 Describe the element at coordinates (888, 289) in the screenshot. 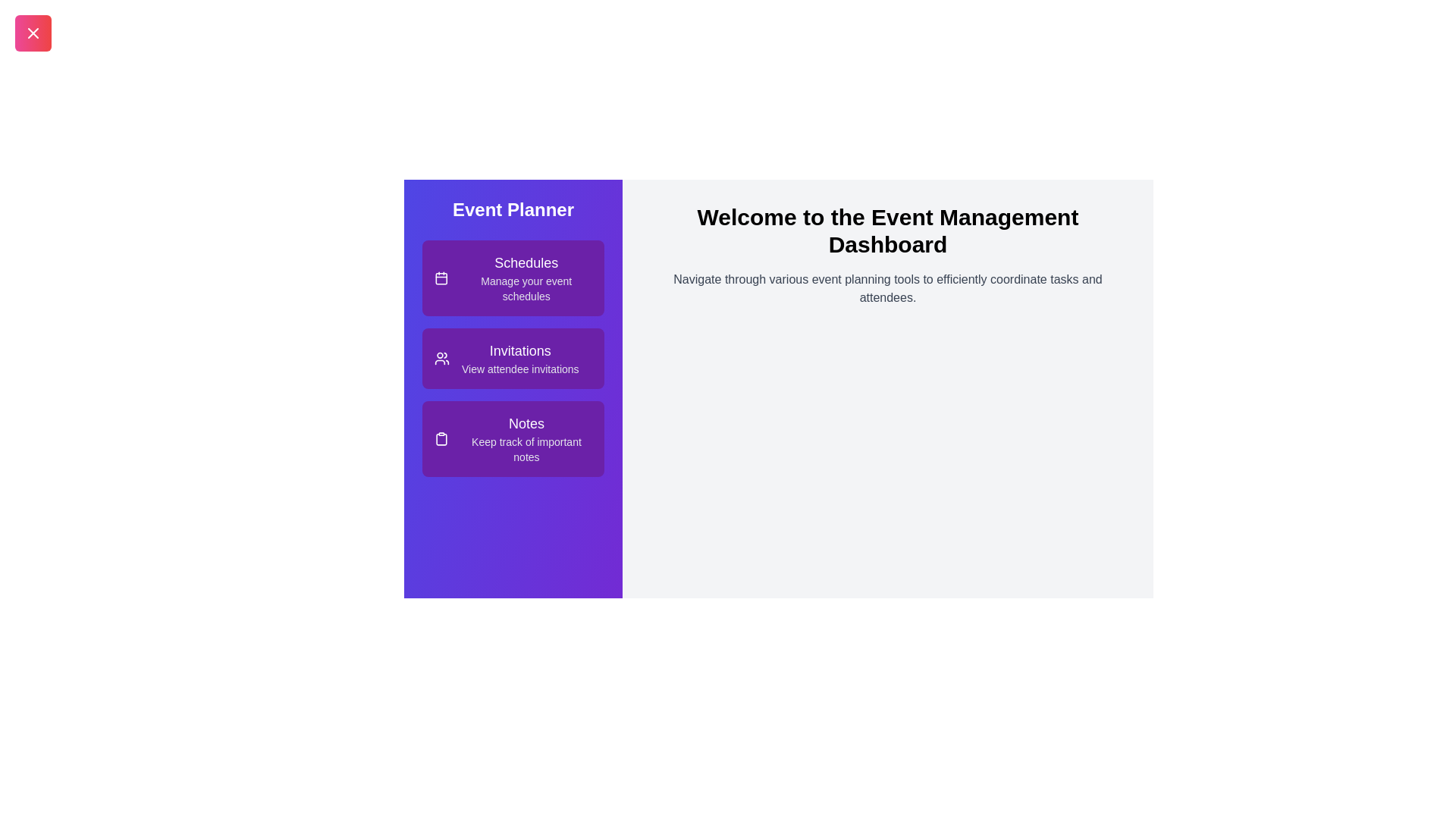

I see `the descriptive text in the main content area` at that location.